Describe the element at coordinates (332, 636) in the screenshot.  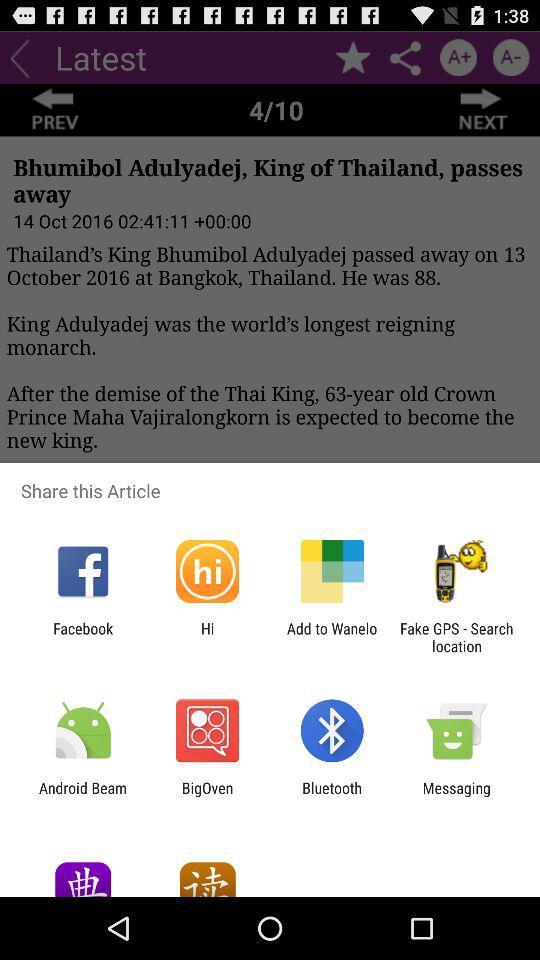
I see `icon next to the fake gps search` at that location.